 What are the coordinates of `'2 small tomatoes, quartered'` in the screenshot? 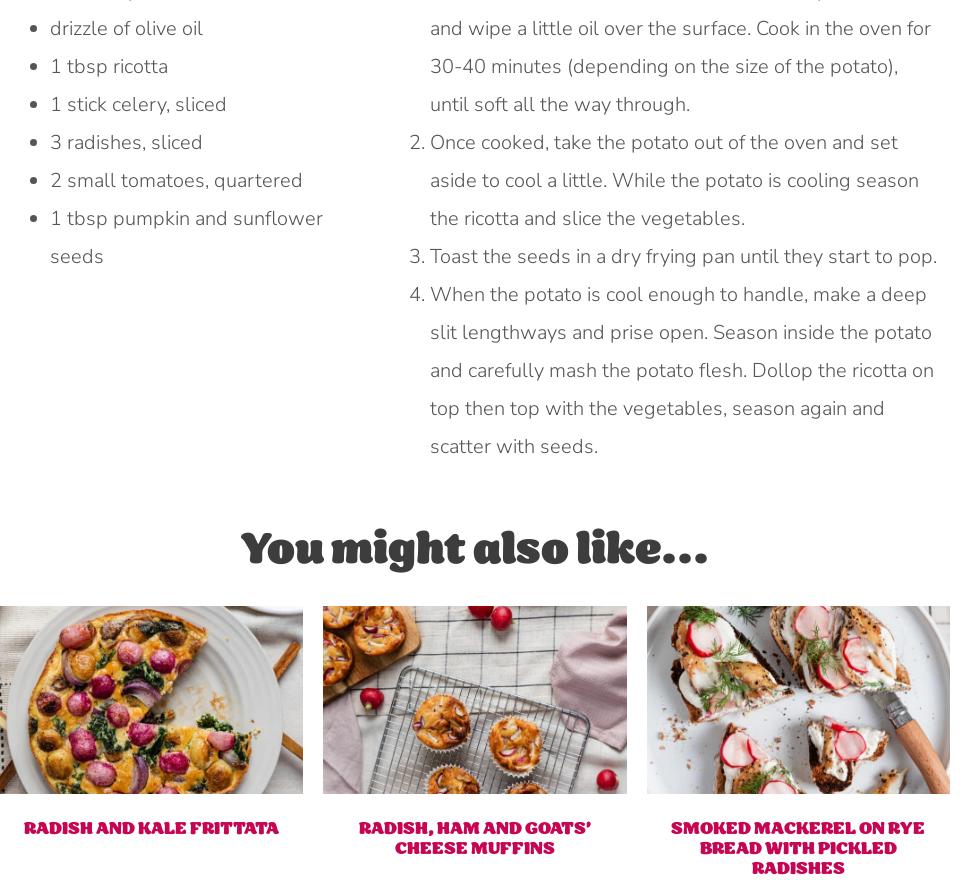 It's located at (175, 179).